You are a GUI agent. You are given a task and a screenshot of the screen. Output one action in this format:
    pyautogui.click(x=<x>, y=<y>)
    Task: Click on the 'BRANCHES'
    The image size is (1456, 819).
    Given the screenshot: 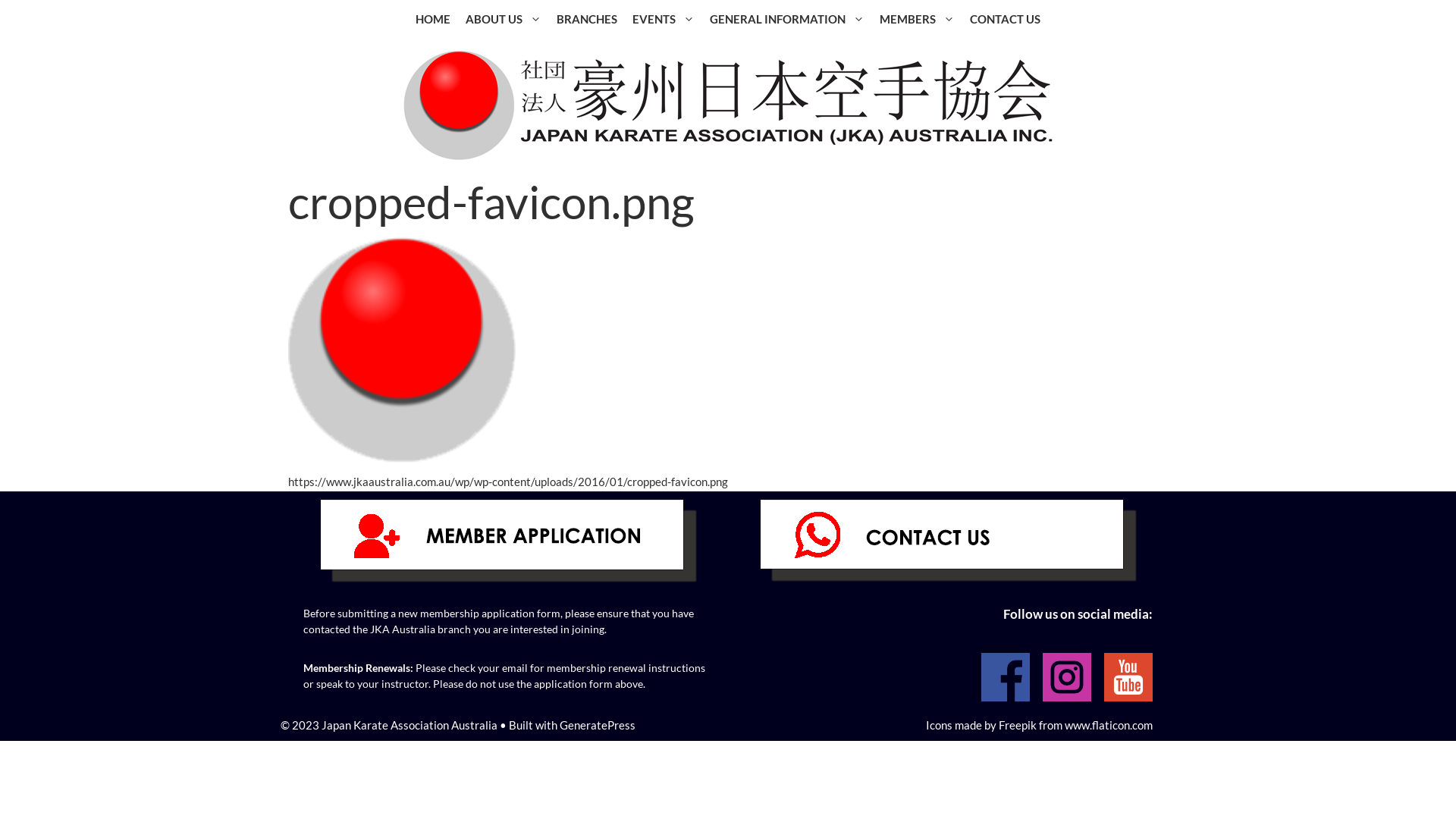 What is the action you would take?
    pyautogui.click(x=585, y=18)
    